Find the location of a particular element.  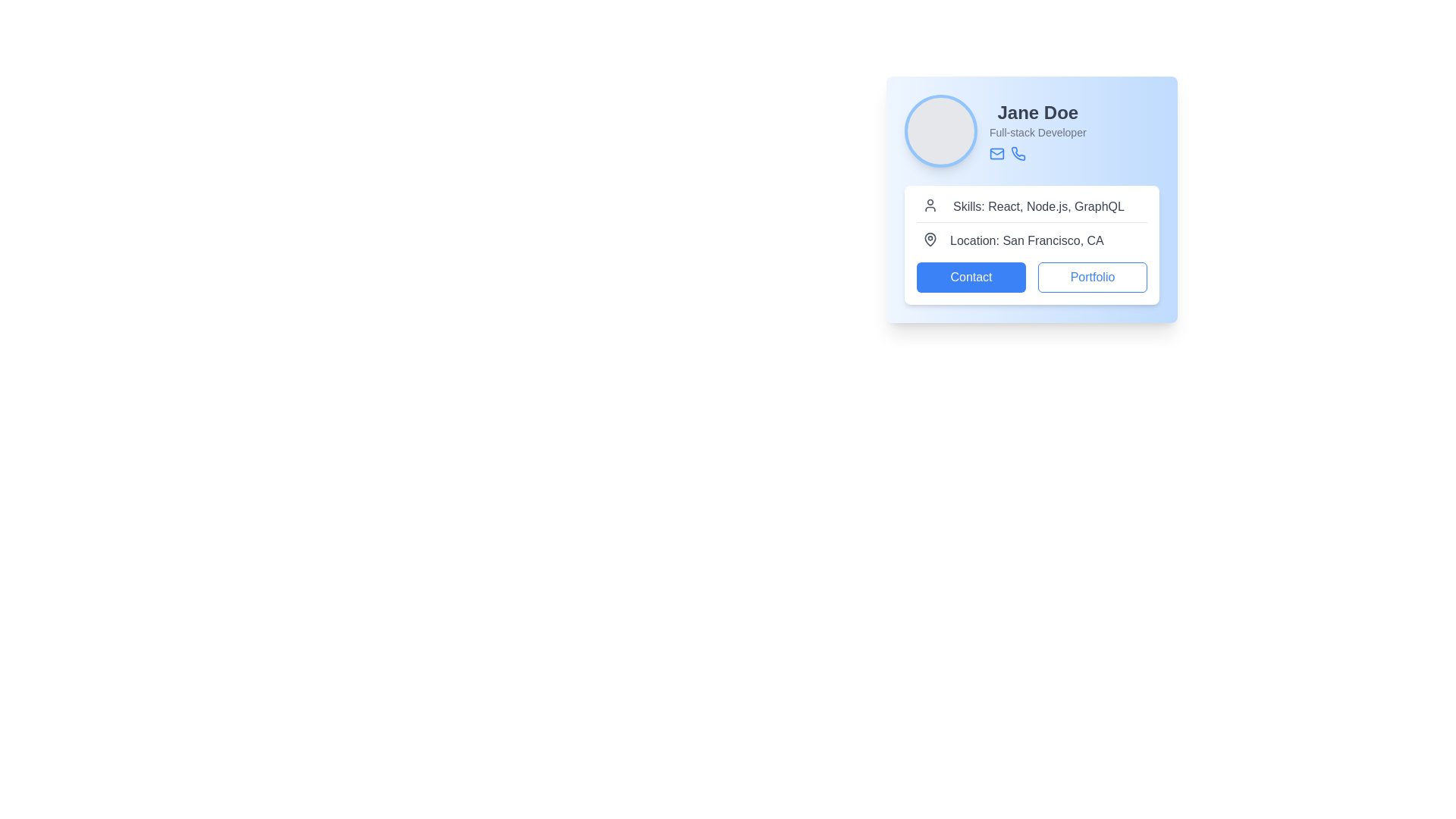

the email icon, which is the leftmost icon below the user's name and profession is located at coordinates (997, 154).